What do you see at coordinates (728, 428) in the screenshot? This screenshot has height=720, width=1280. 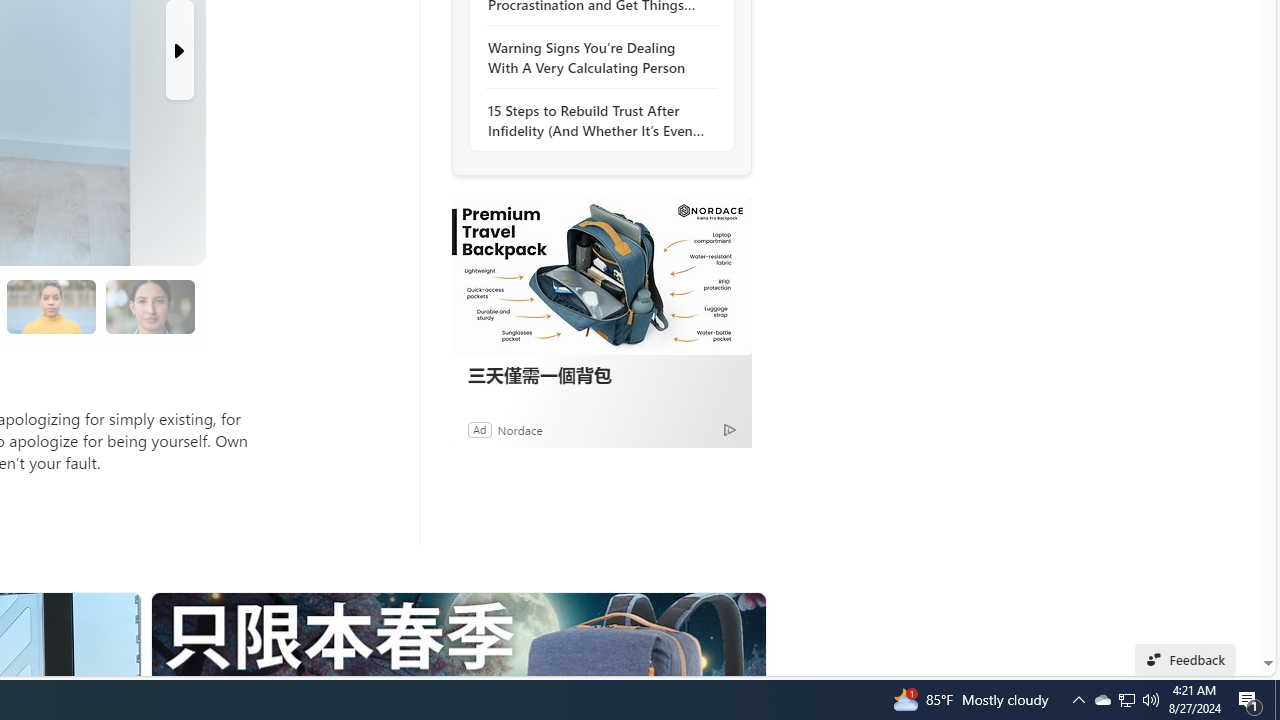 I see `'Ad Choice'` at bounding box center [728, 428].